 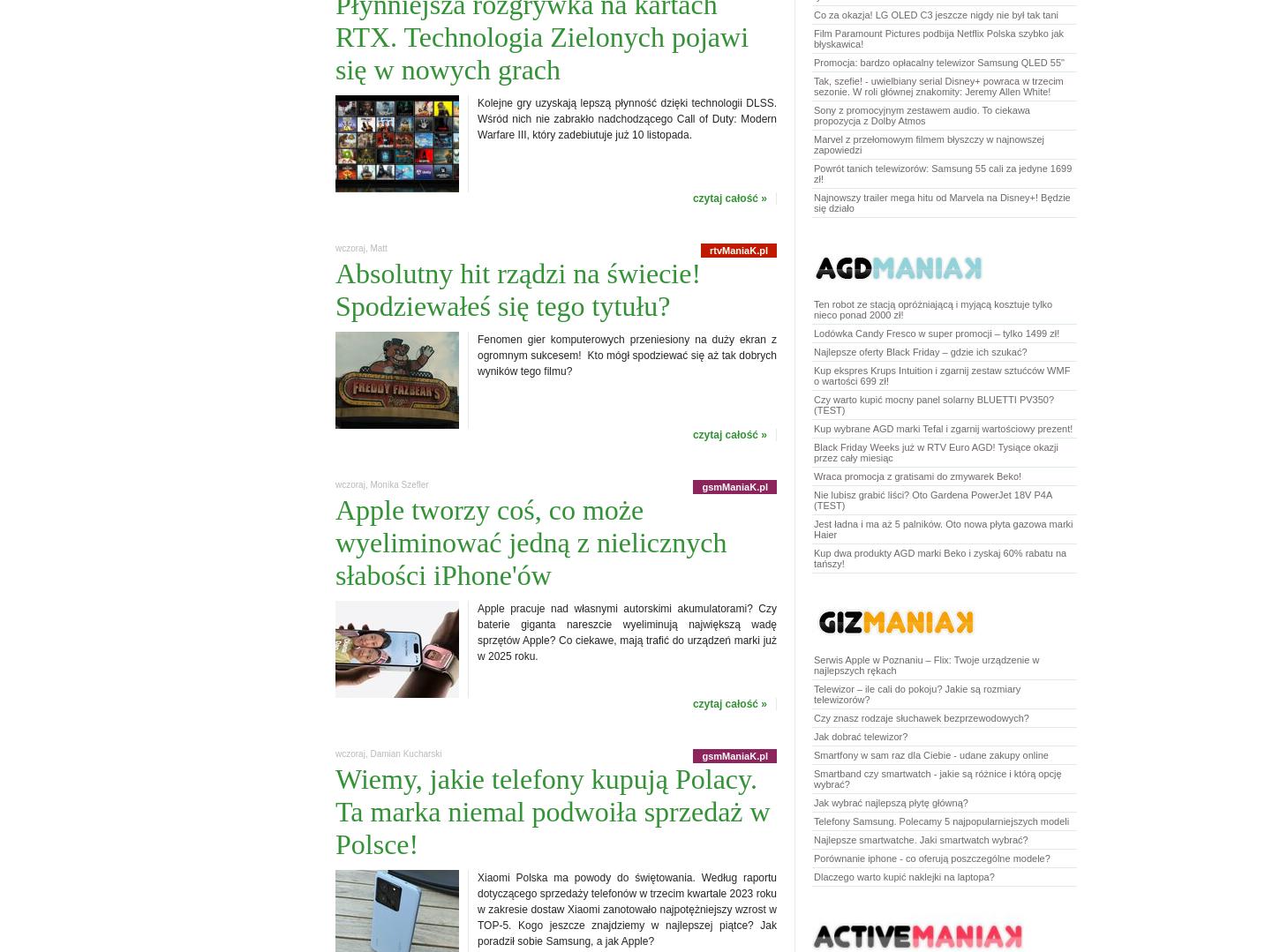 What do you see at coordinates (813, 802) in the screenshot?
I see `'Jak wybrać najlepszą płytę główną?'` at bounding box center [813, 802].